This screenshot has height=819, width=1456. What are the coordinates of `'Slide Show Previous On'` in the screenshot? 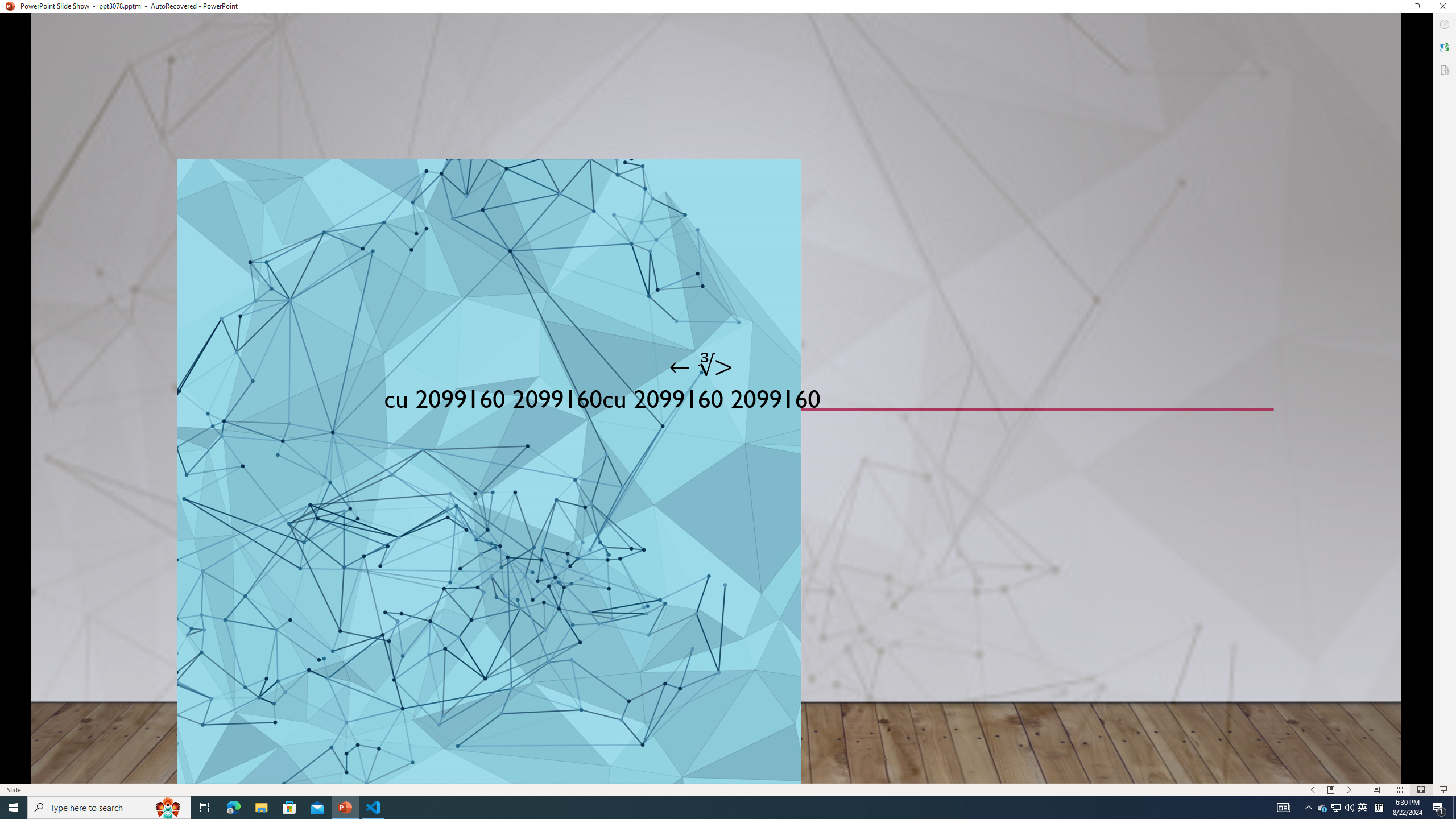 It's located at (1313, 790).